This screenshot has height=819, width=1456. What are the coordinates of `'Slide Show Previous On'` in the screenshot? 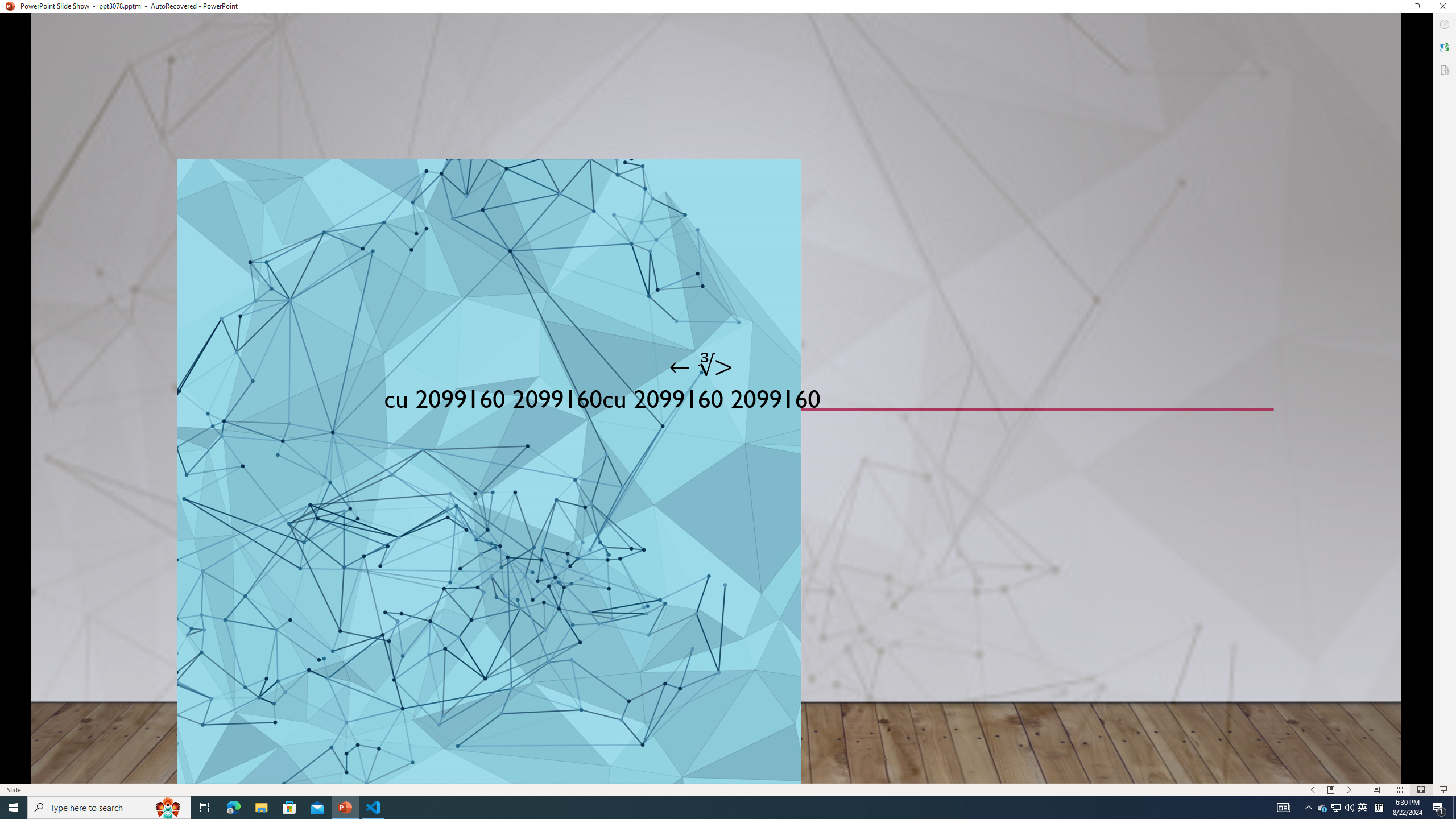 It's located at (1313, 790).